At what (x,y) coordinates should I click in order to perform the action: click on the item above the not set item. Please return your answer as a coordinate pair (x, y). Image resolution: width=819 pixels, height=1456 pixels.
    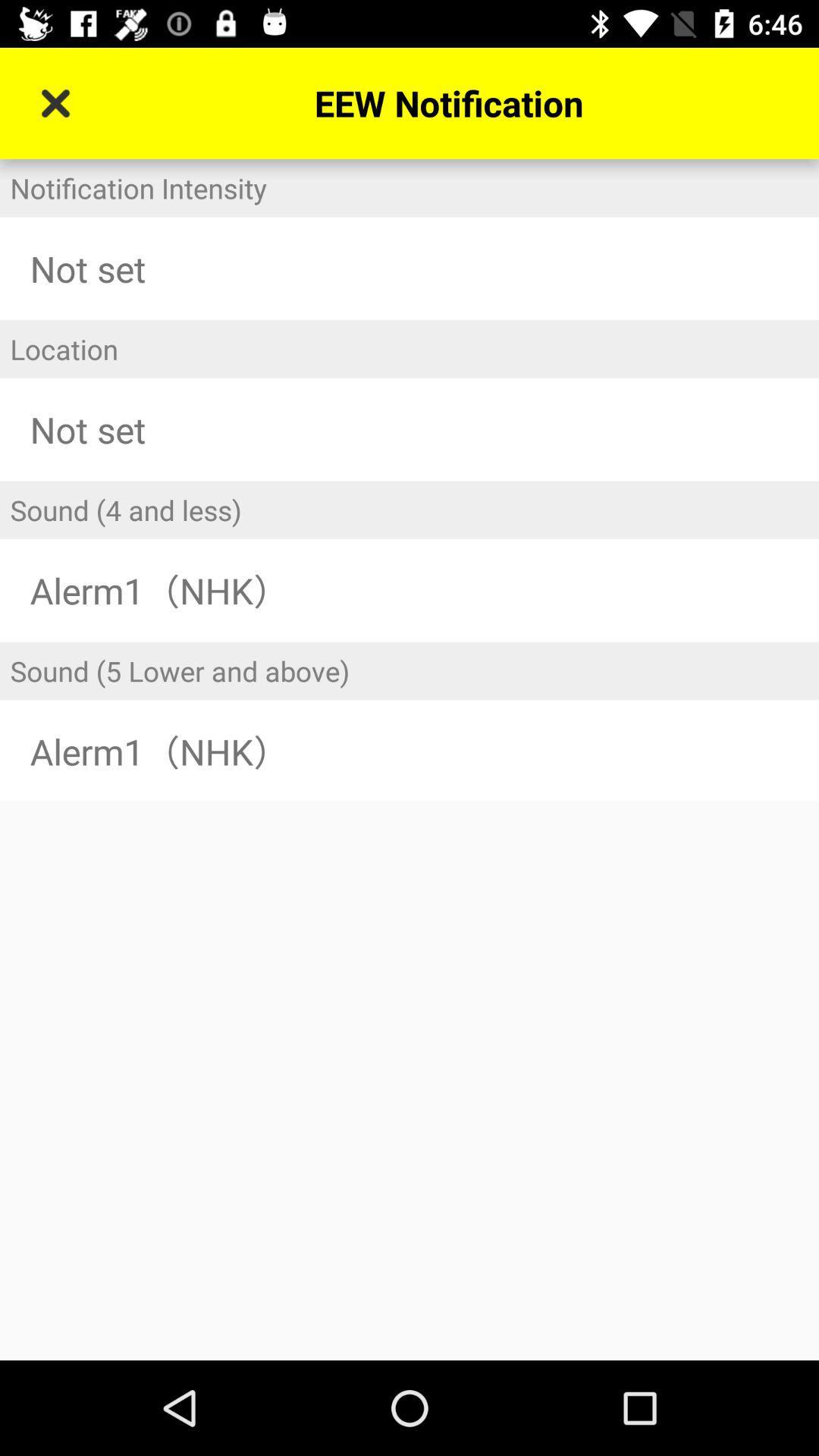
    Looking at the image, I should click on (409, 187).